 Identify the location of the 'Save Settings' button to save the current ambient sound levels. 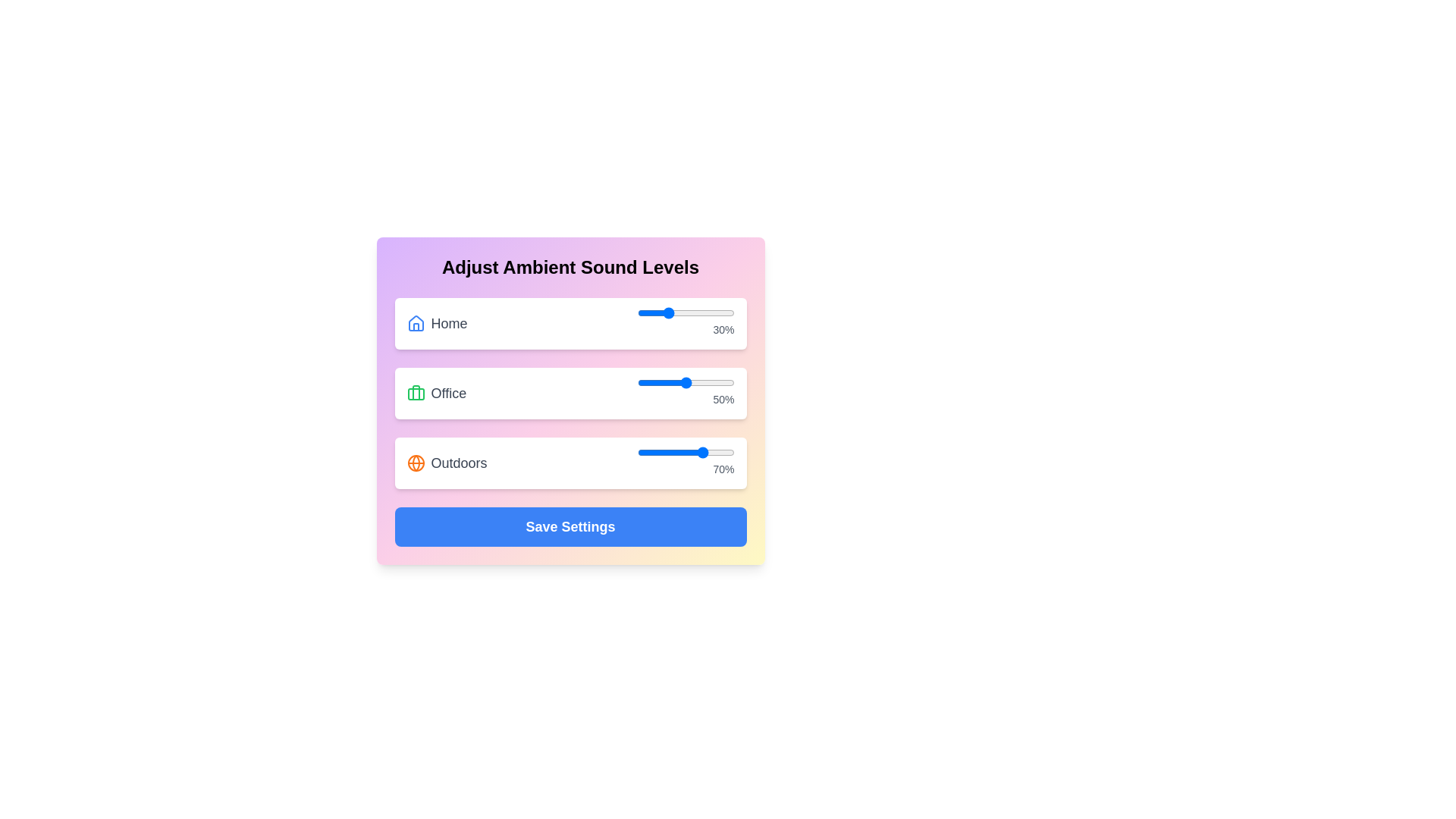
(570, 526).